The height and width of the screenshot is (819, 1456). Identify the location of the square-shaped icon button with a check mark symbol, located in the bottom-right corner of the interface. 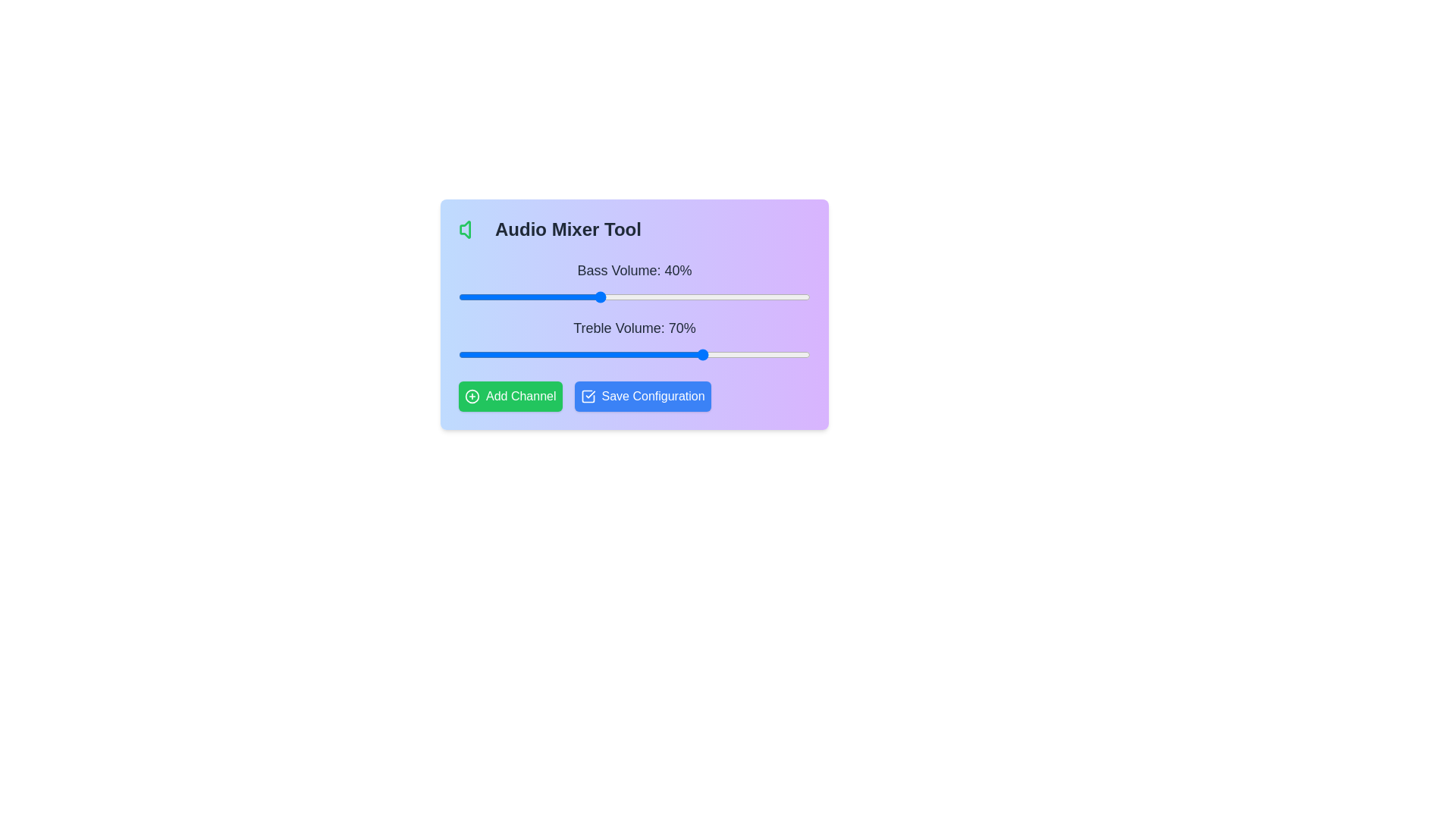
(587, 396).